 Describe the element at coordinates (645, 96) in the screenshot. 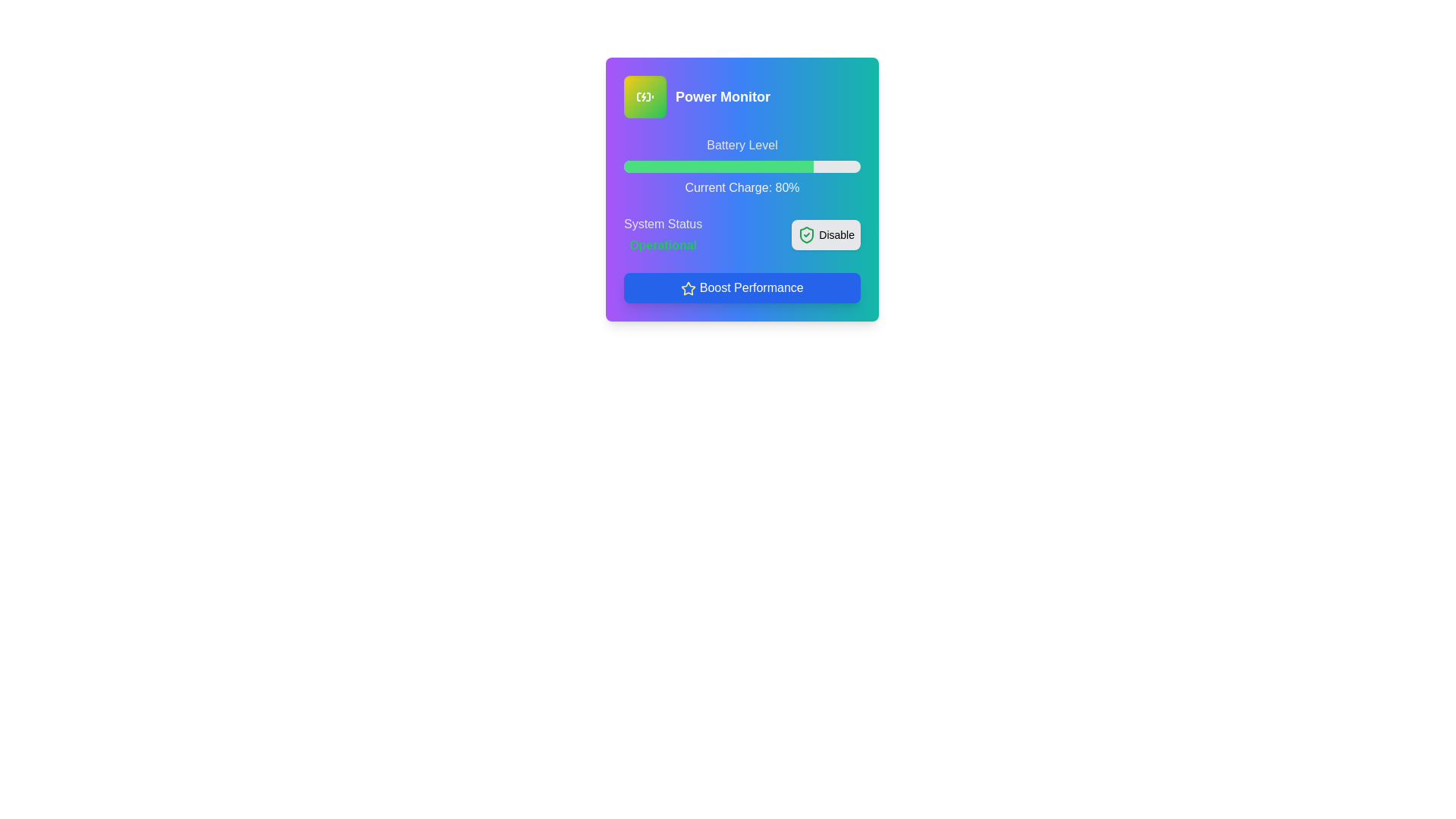

I see `the square-shaped icon with a yellow to green gradient background and a white battery charging symbol located` at that location.